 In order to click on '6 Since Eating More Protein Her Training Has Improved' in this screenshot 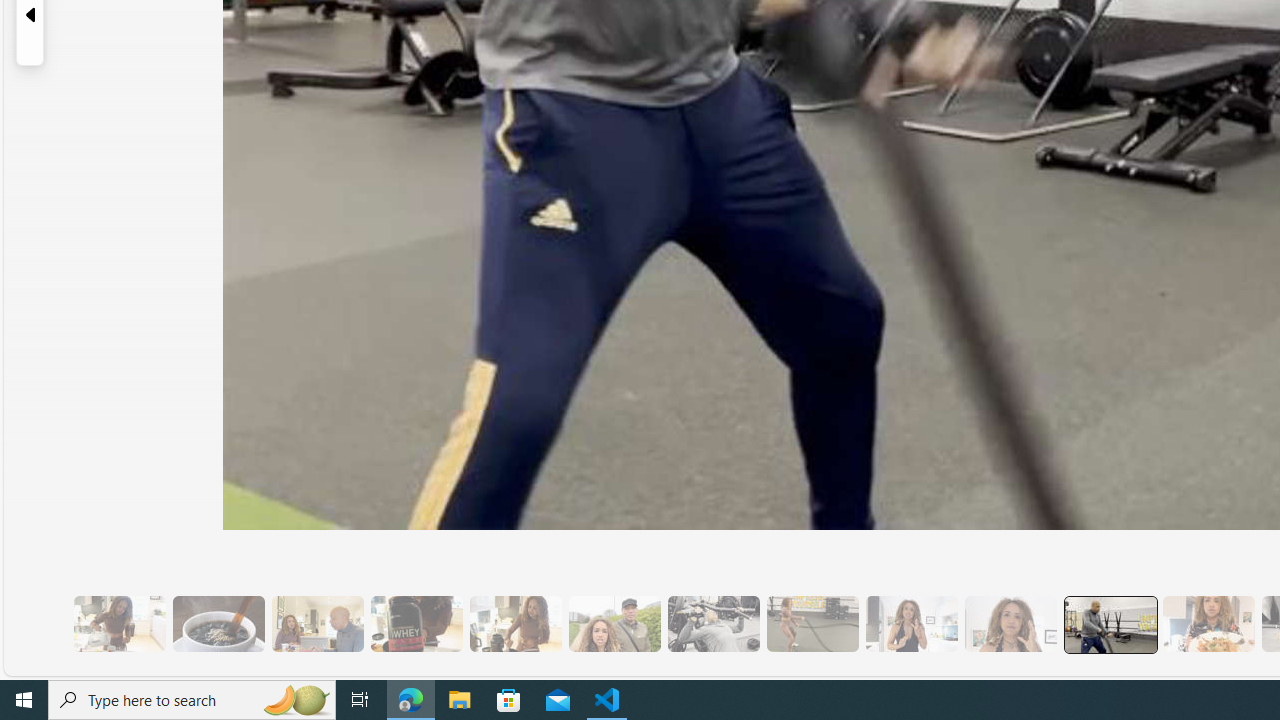, I will do `click(415, 623)`.